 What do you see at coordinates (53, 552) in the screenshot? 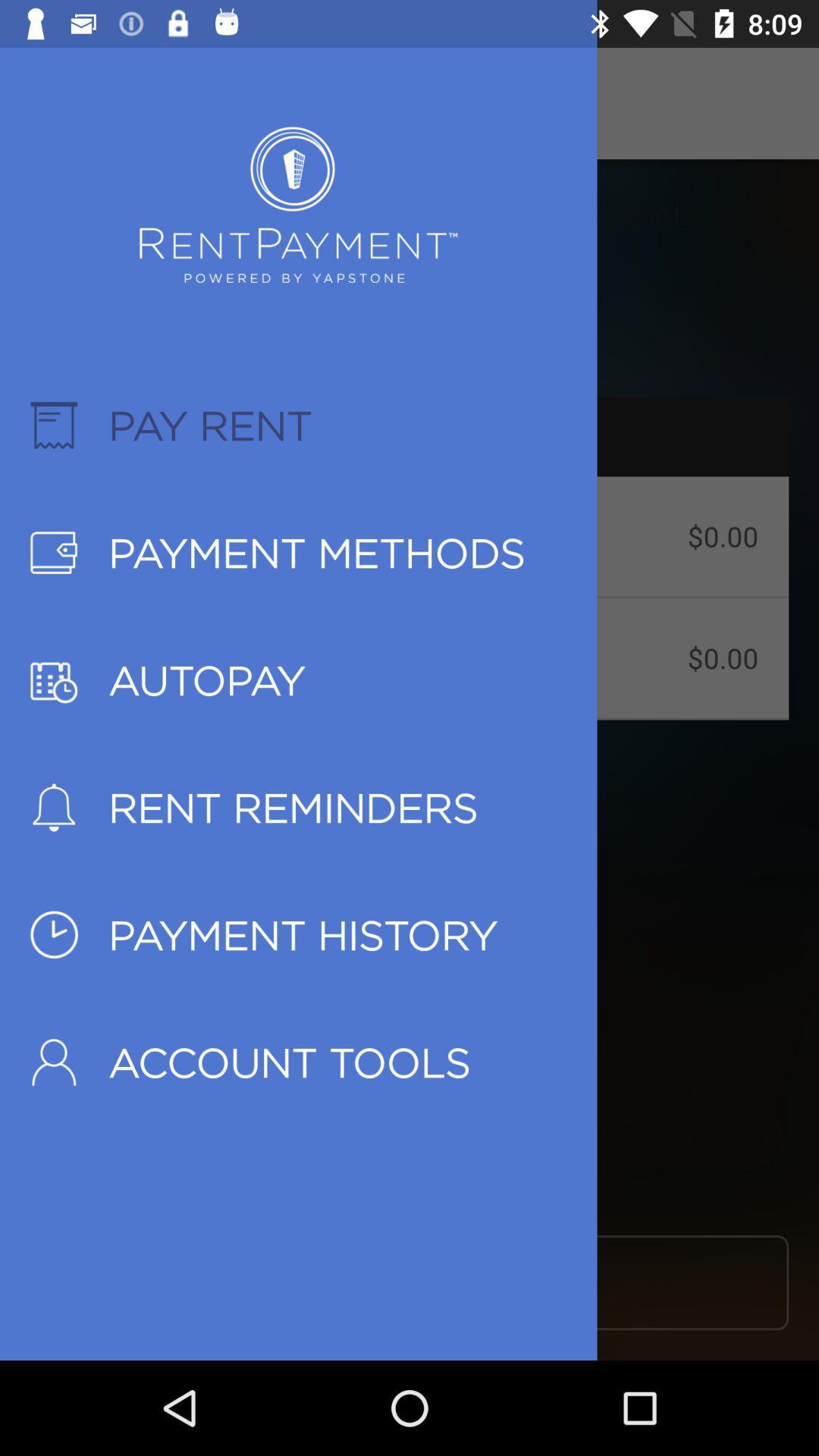
I see `the second icon below pay rent` at bounding box center [53, 552].